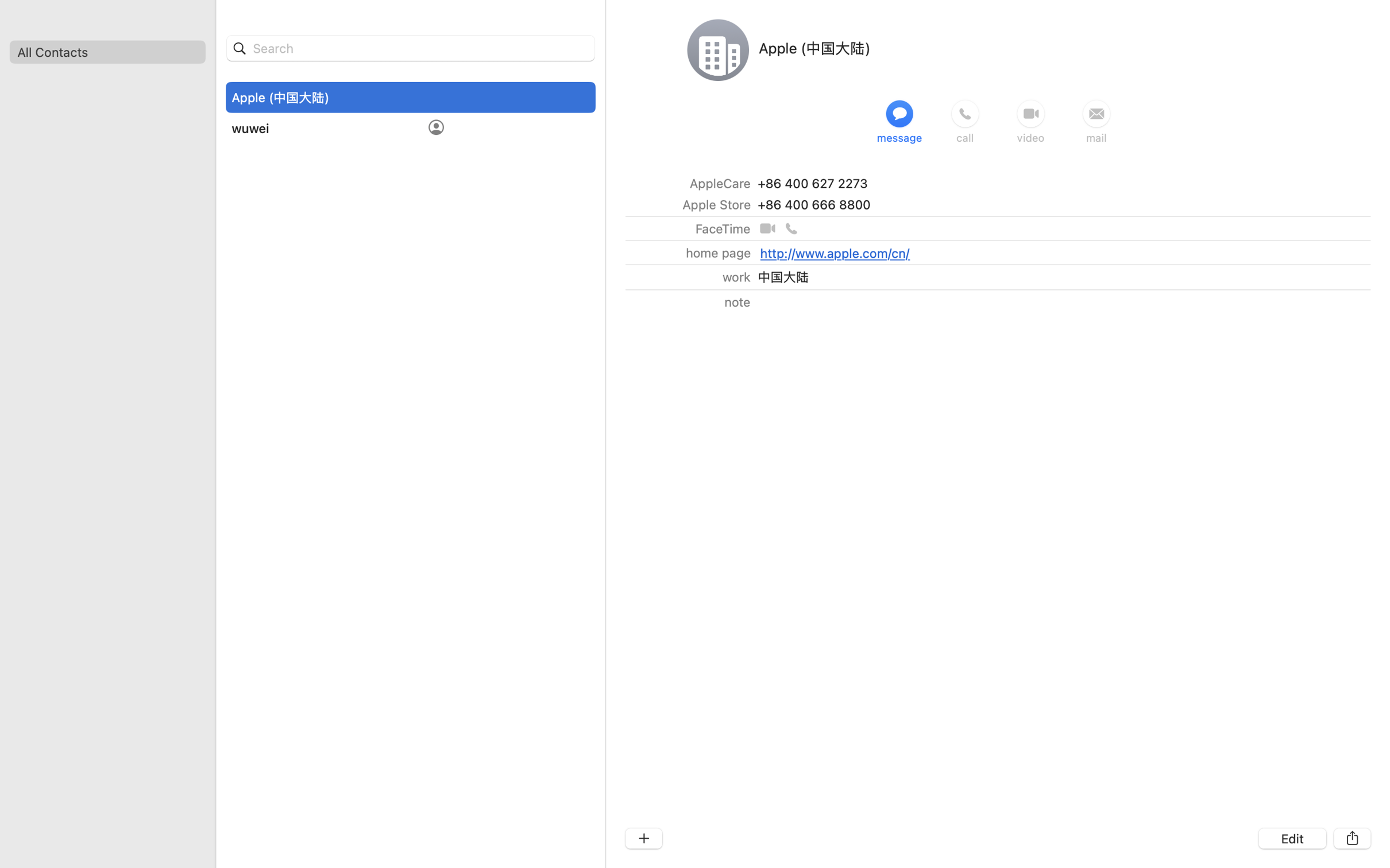  Describe the element at coordinates (814, 204) in the screenshot. I see `'‭+86 400 666 8800‬'` at that location.